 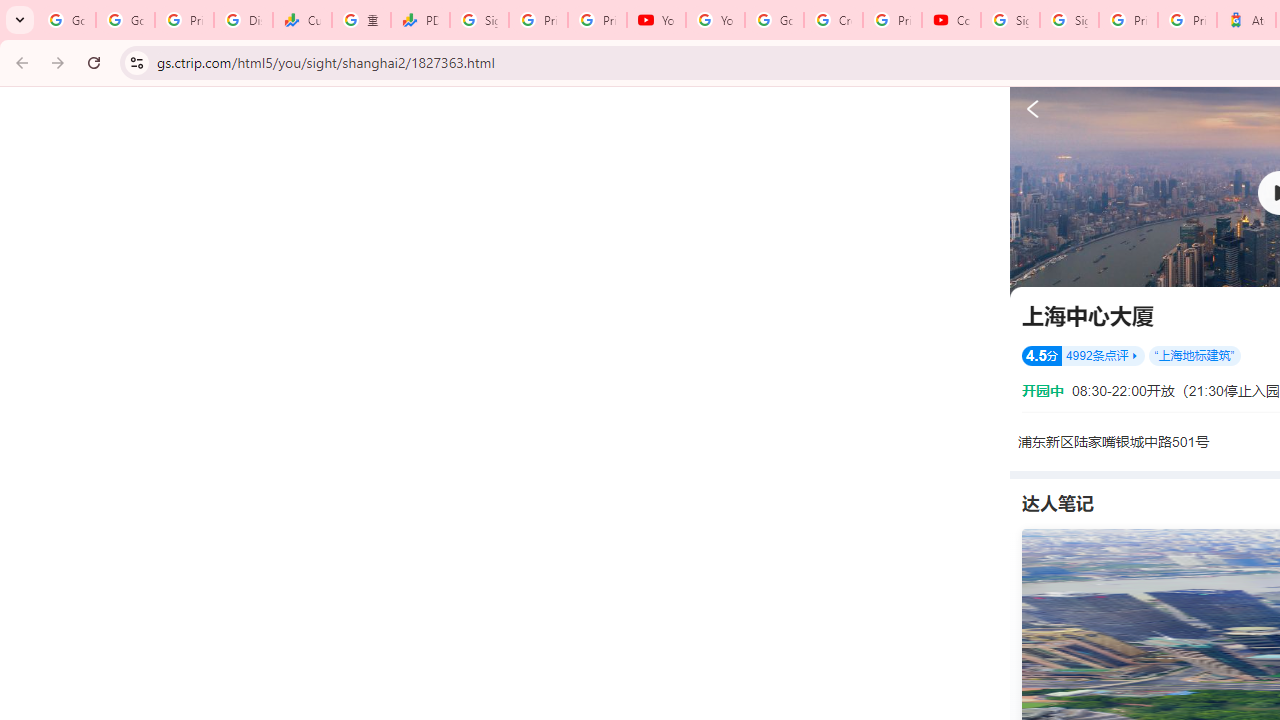 I want to click on 'YouTube', so click(x=715, y=20).